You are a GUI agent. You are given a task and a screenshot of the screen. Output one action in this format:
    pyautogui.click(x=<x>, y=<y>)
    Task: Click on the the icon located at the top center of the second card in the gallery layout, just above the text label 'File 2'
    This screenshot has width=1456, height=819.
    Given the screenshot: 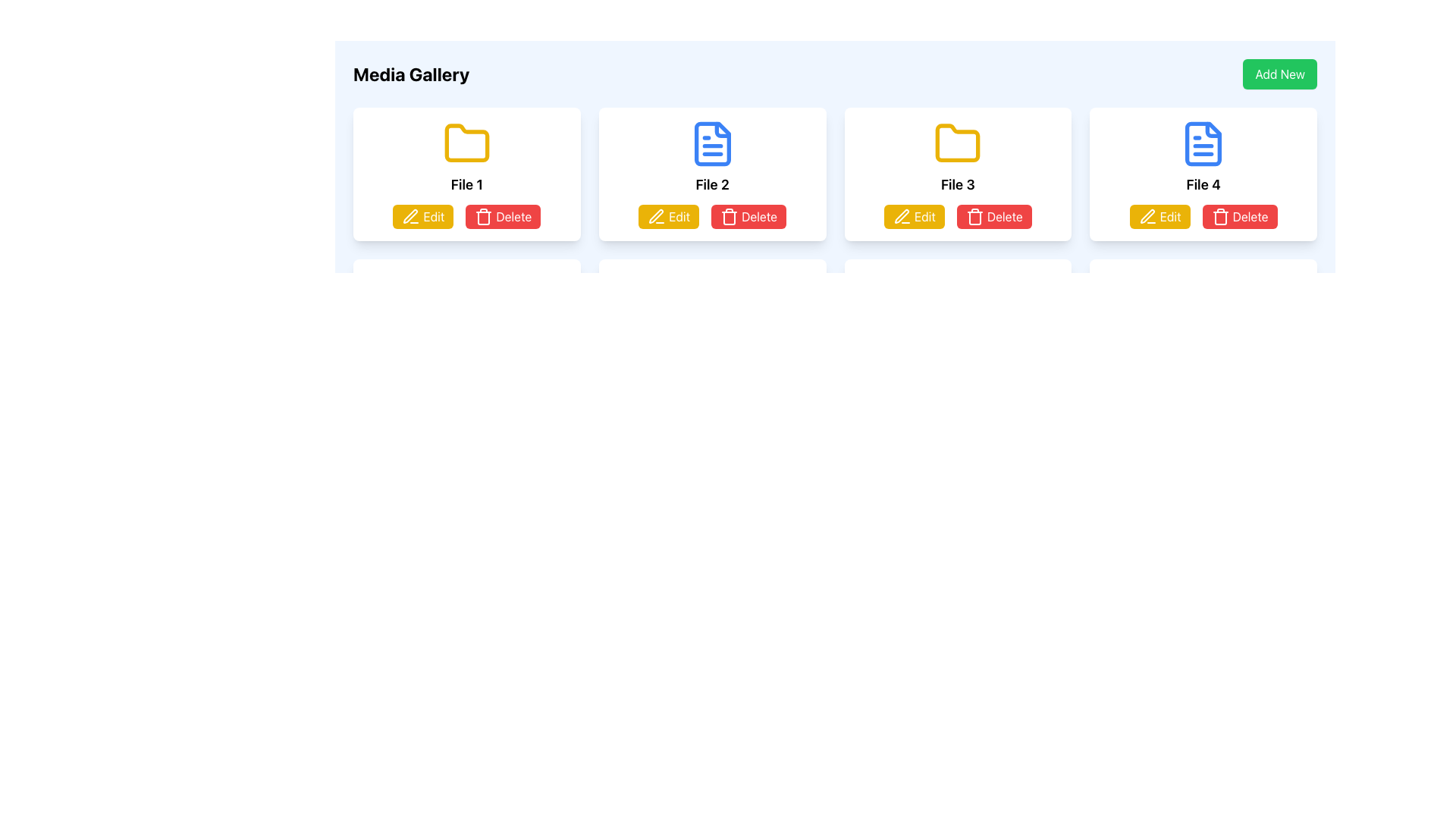 What is the action you would take?
    pyautogui.click(x=711, y=143)
    